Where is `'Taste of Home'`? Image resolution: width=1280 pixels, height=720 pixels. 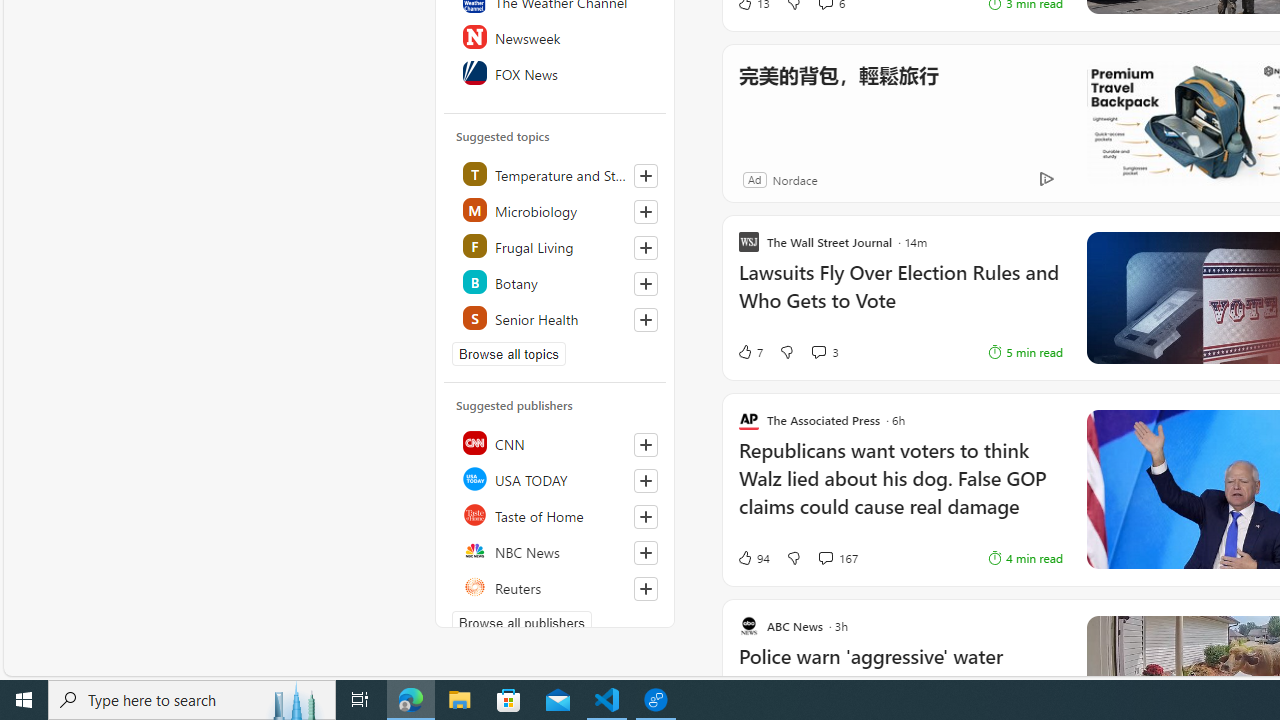 'Taste of Home' is located at coordinates (556, 514).